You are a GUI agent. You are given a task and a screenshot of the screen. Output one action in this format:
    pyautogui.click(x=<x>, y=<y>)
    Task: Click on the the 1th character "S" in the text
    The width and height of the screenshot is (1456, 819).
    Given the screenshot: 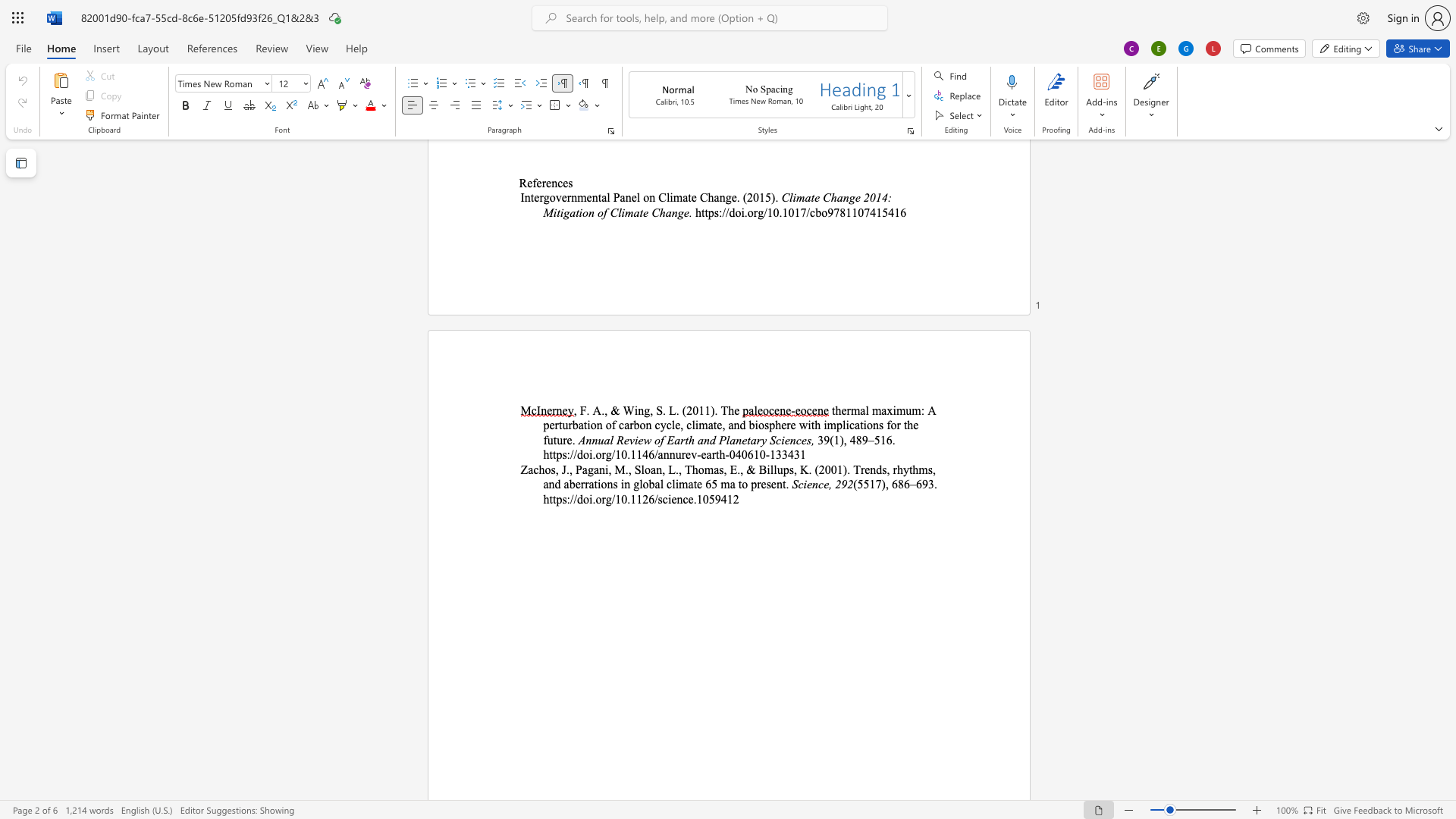 What is the action you would take?
    pyautogui.click(x=794, y=484)
    